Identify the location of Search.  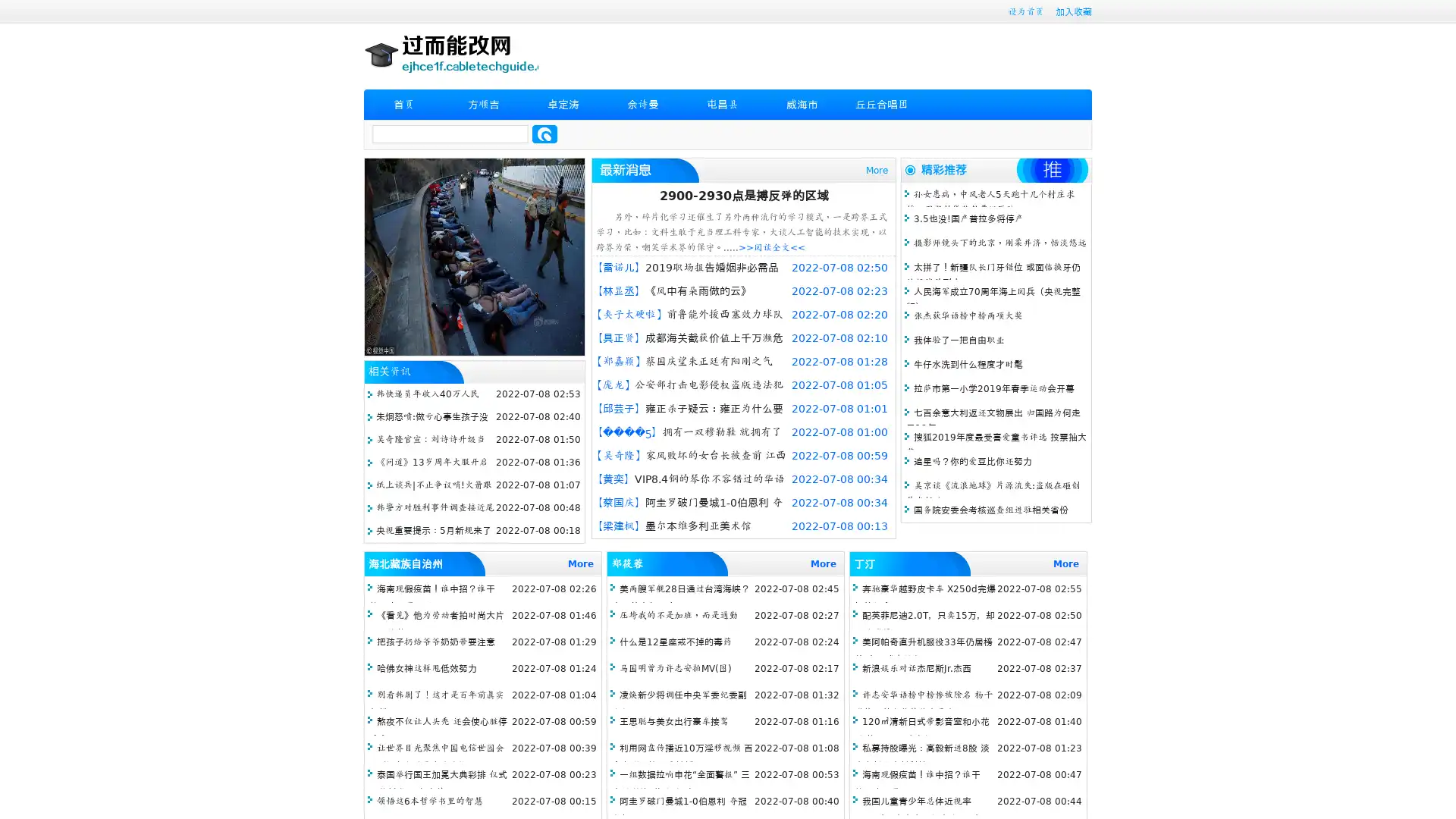
(544, 133).